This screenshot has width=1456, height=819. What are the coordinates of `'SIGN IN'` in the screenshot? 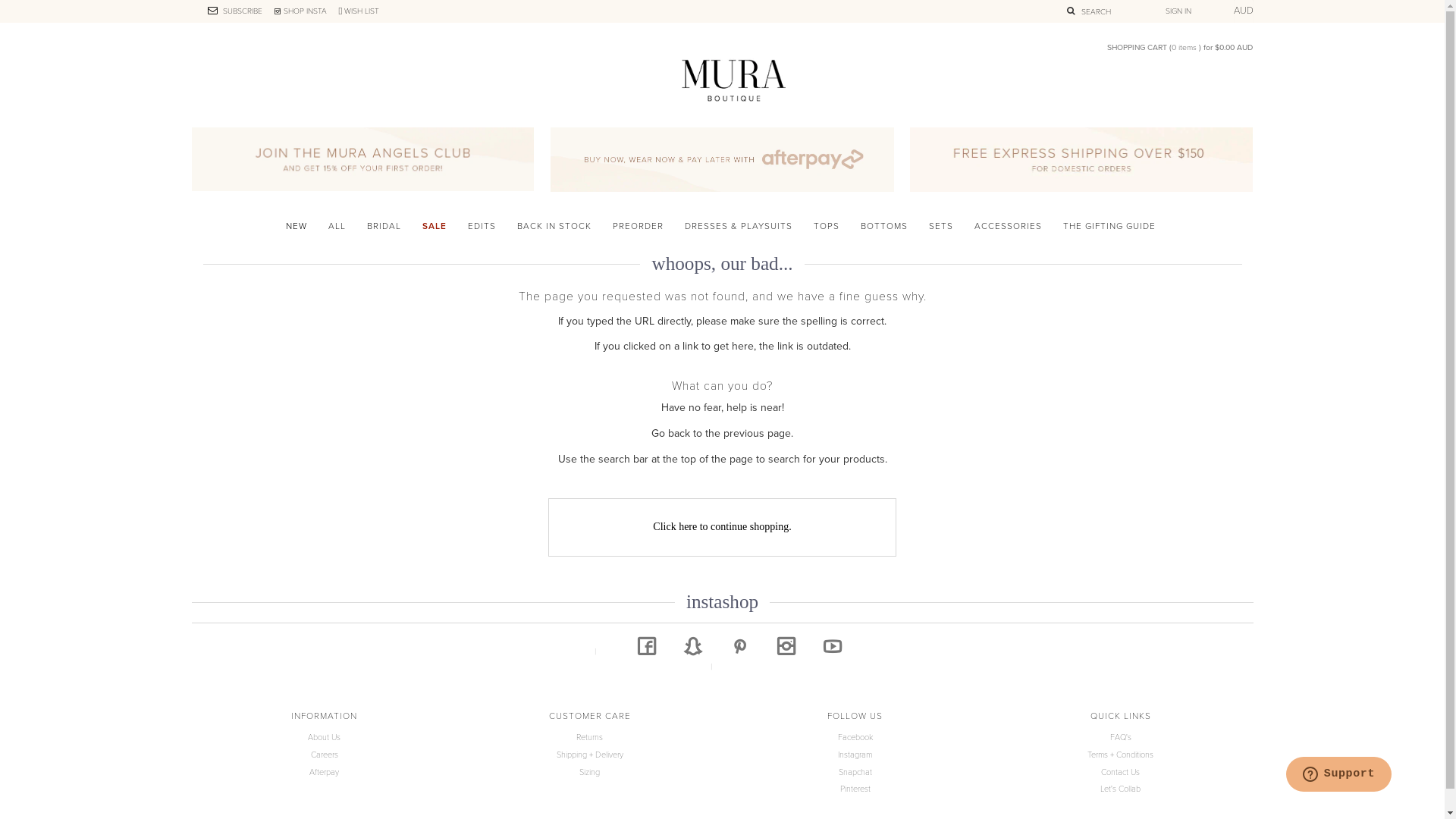 It's located at (1178, 11).